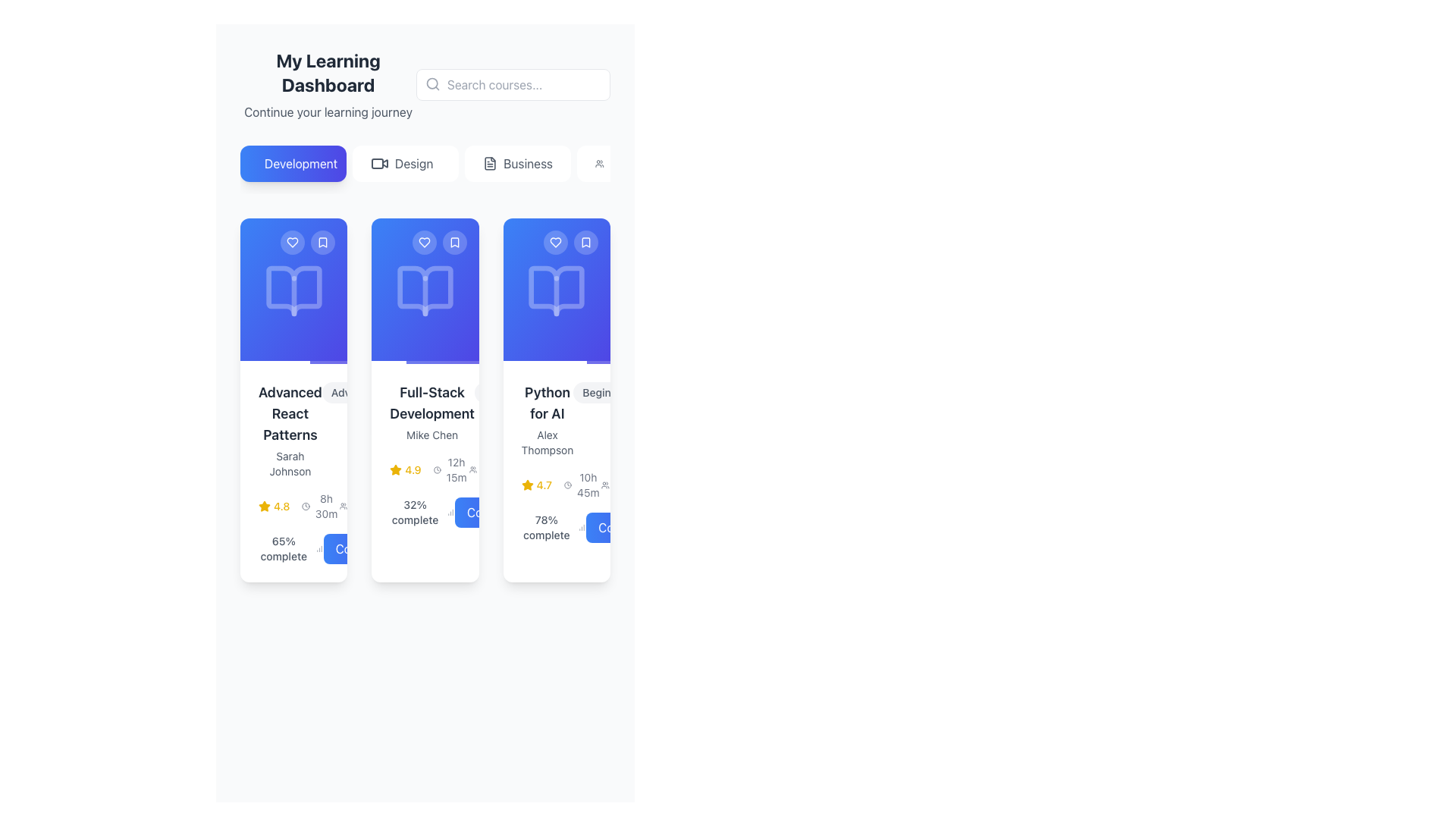 Image resolution: width=1456 pixels, height=819 pixels. What do you see at coordinates (527, 485) in the screenshot?
I see `the first rating star icon in the rating system of the 'Python for AI' course card to interact with it` at bounding box center [527, 485].